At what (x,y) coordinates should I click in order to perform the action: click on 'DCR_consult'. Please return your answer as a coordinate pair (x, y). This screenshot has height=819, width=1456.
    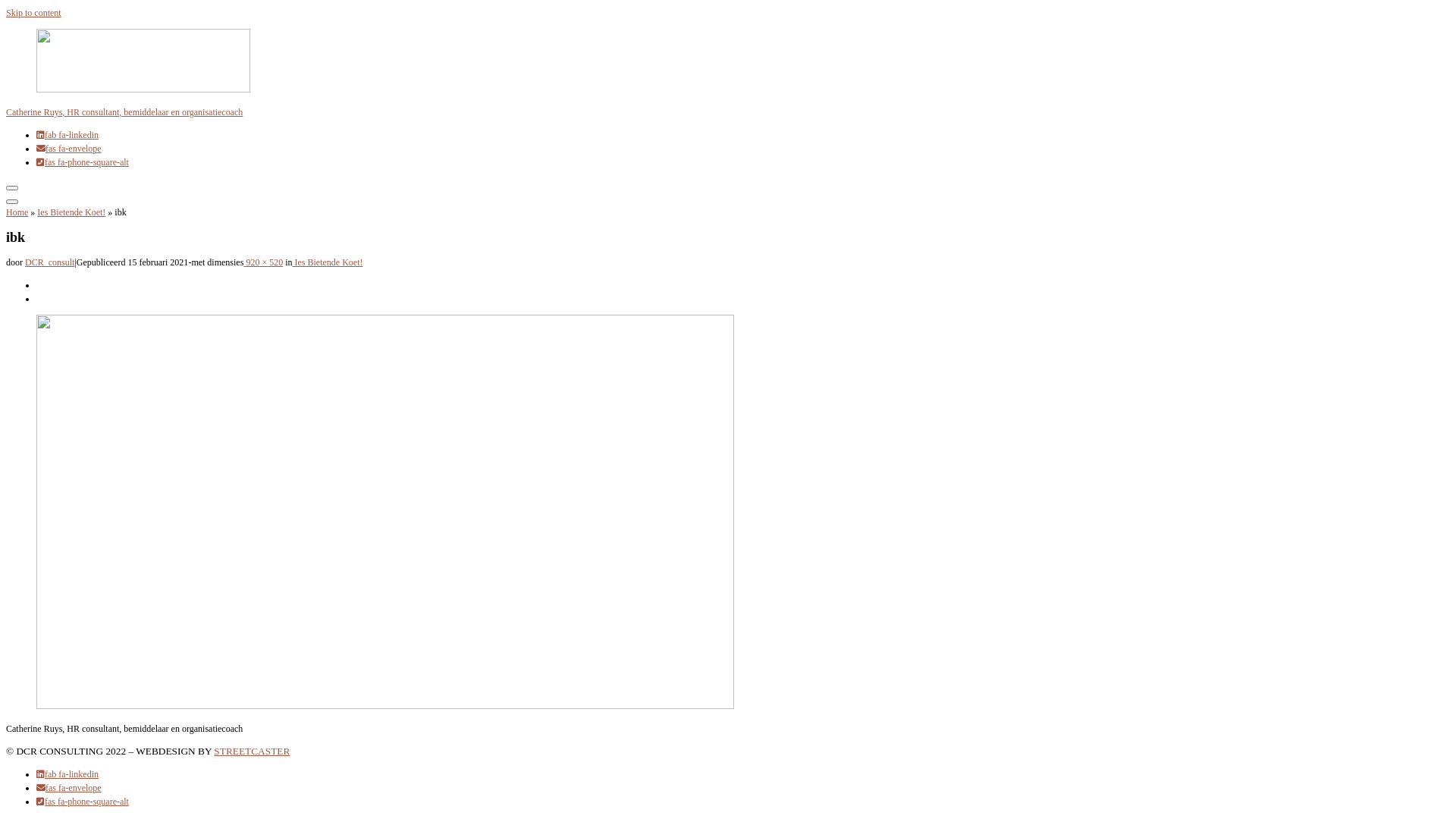
    Looking at the image, I should click on (49, 262).